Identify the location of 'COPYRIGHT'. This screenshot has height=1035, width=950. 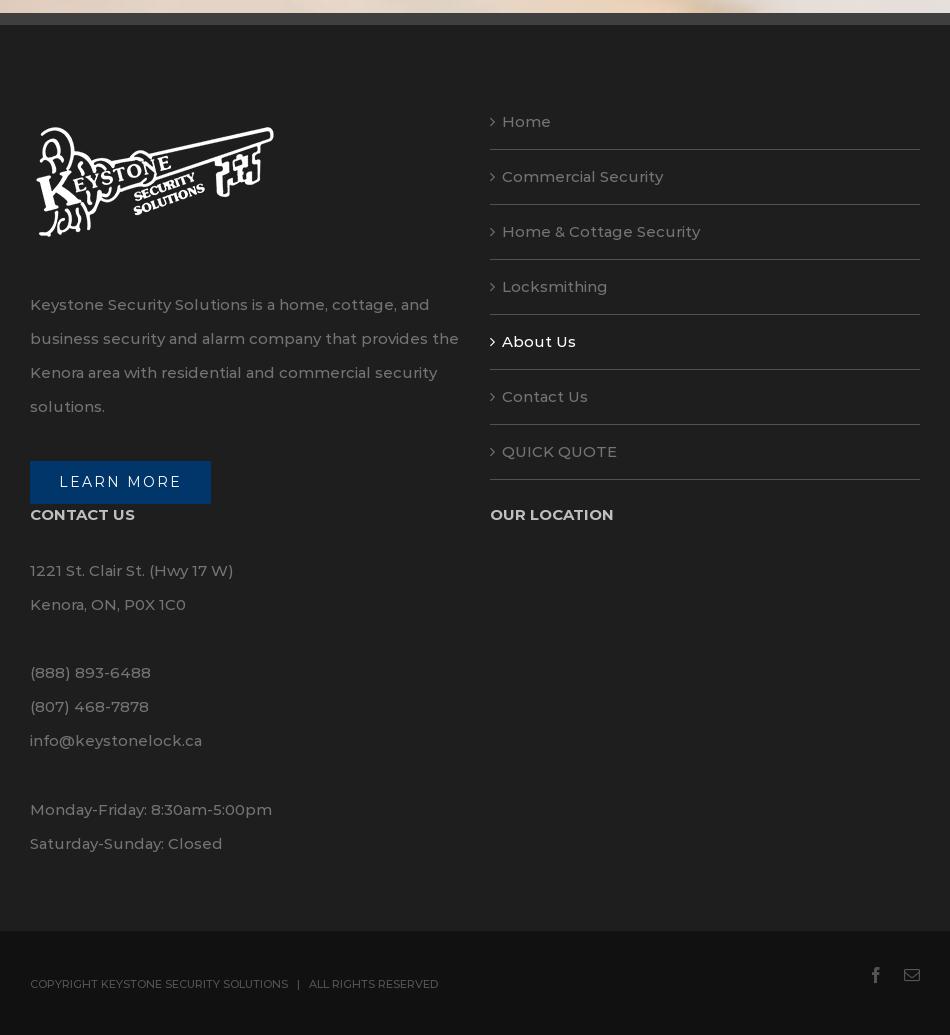
(65, 982).